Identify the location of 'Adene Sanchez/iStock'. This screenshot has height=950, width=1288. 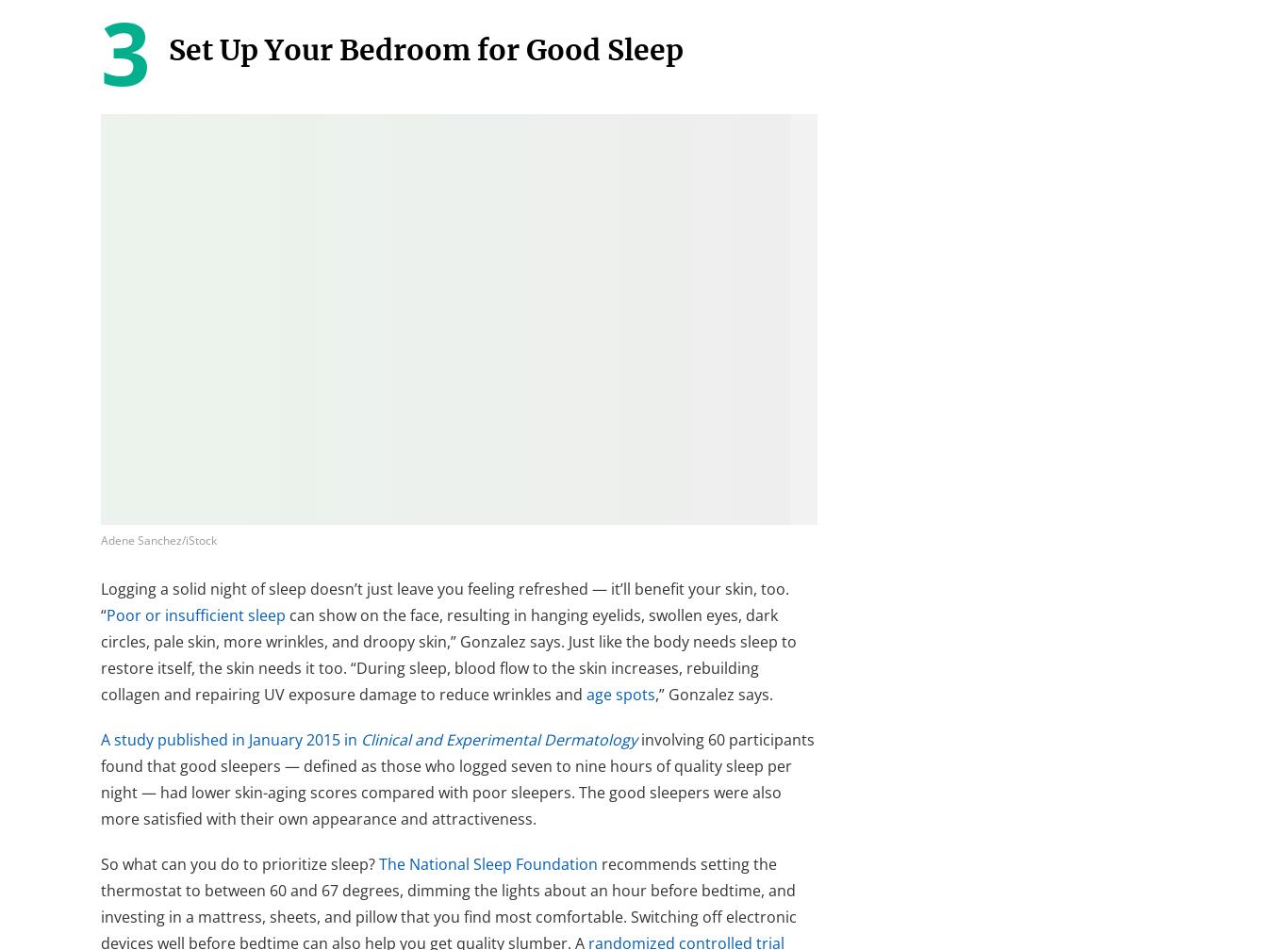
(157, 539).